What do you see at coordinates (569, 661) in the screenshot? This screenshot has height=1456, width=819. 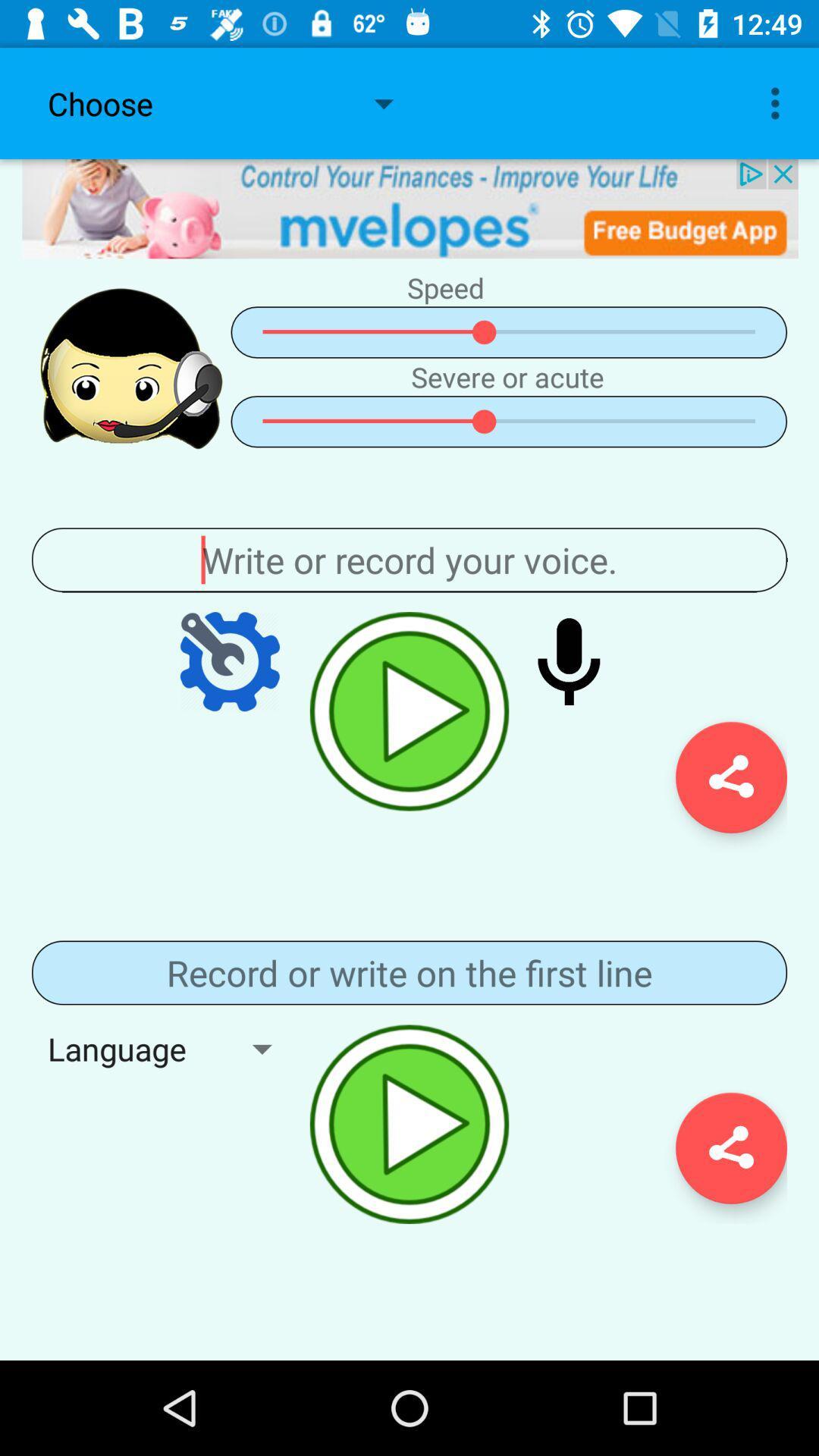 I see `record icon` at bounding box center [569, 661].